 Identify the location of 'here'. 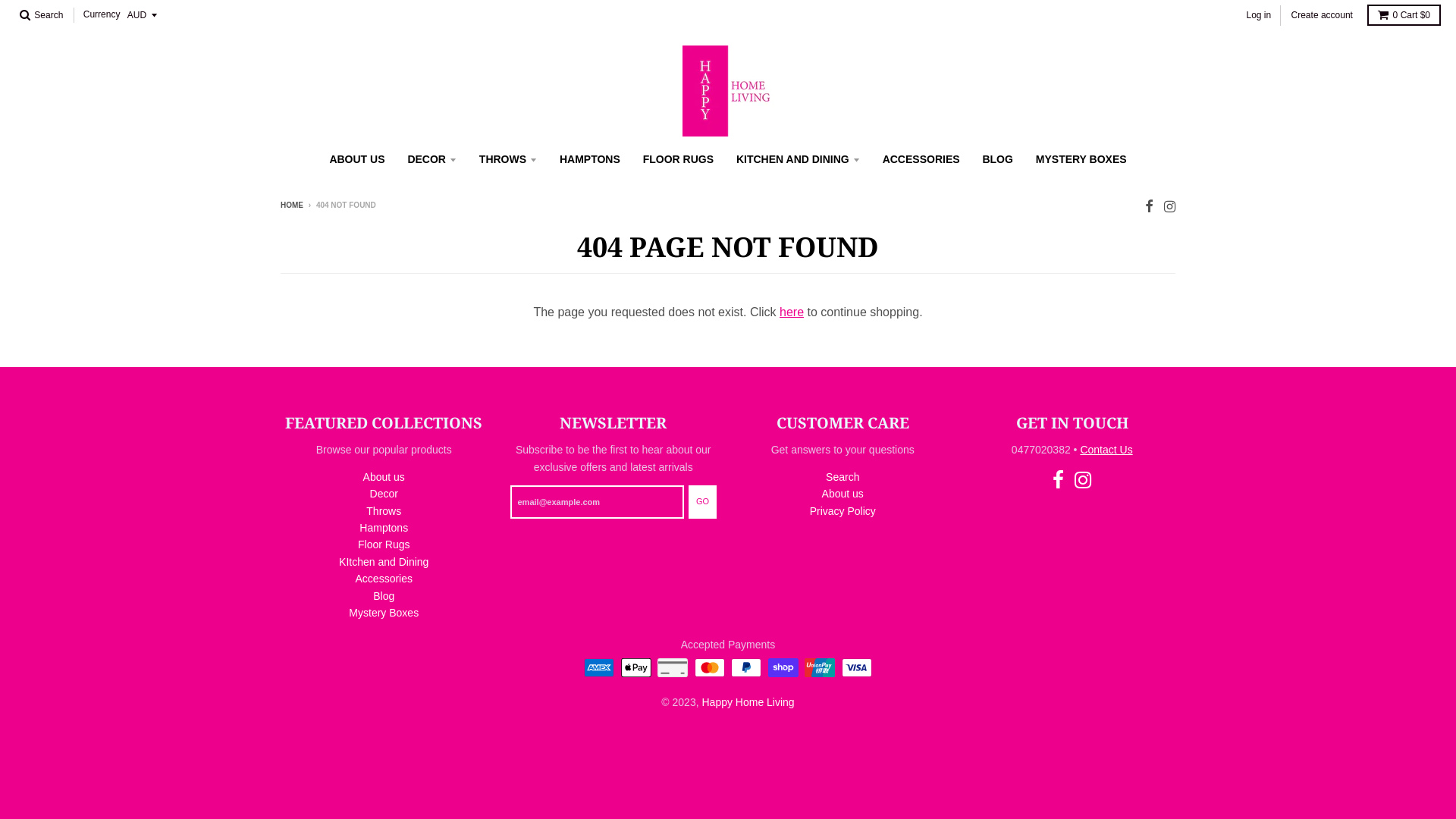
(790, 311).